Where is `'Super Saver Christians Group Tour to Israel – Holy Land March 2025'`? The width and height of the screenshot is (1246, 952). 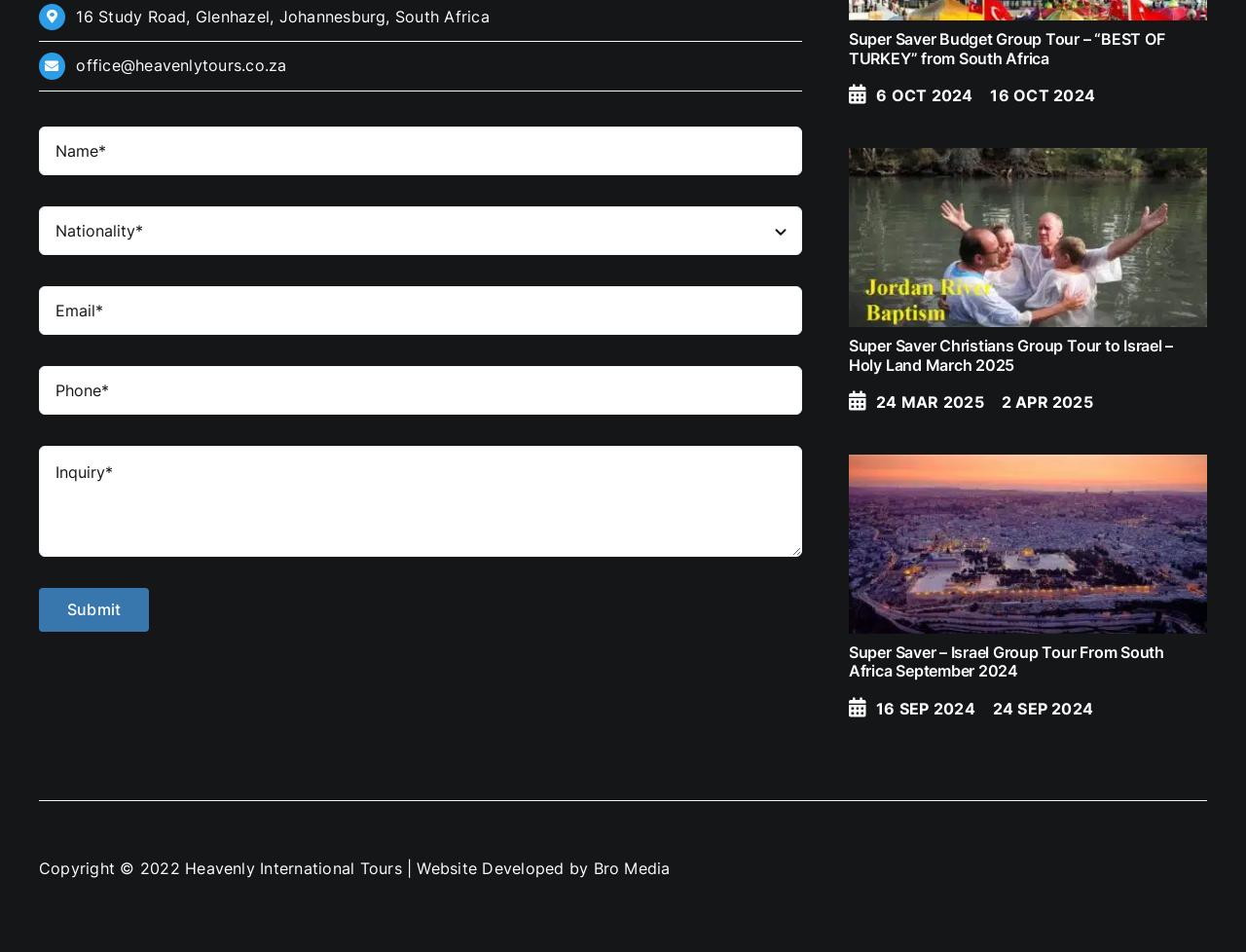
'Super Saver Christians Group Tour to Israel – Holy Land March 2025' is located at coordinates (1009, 353).